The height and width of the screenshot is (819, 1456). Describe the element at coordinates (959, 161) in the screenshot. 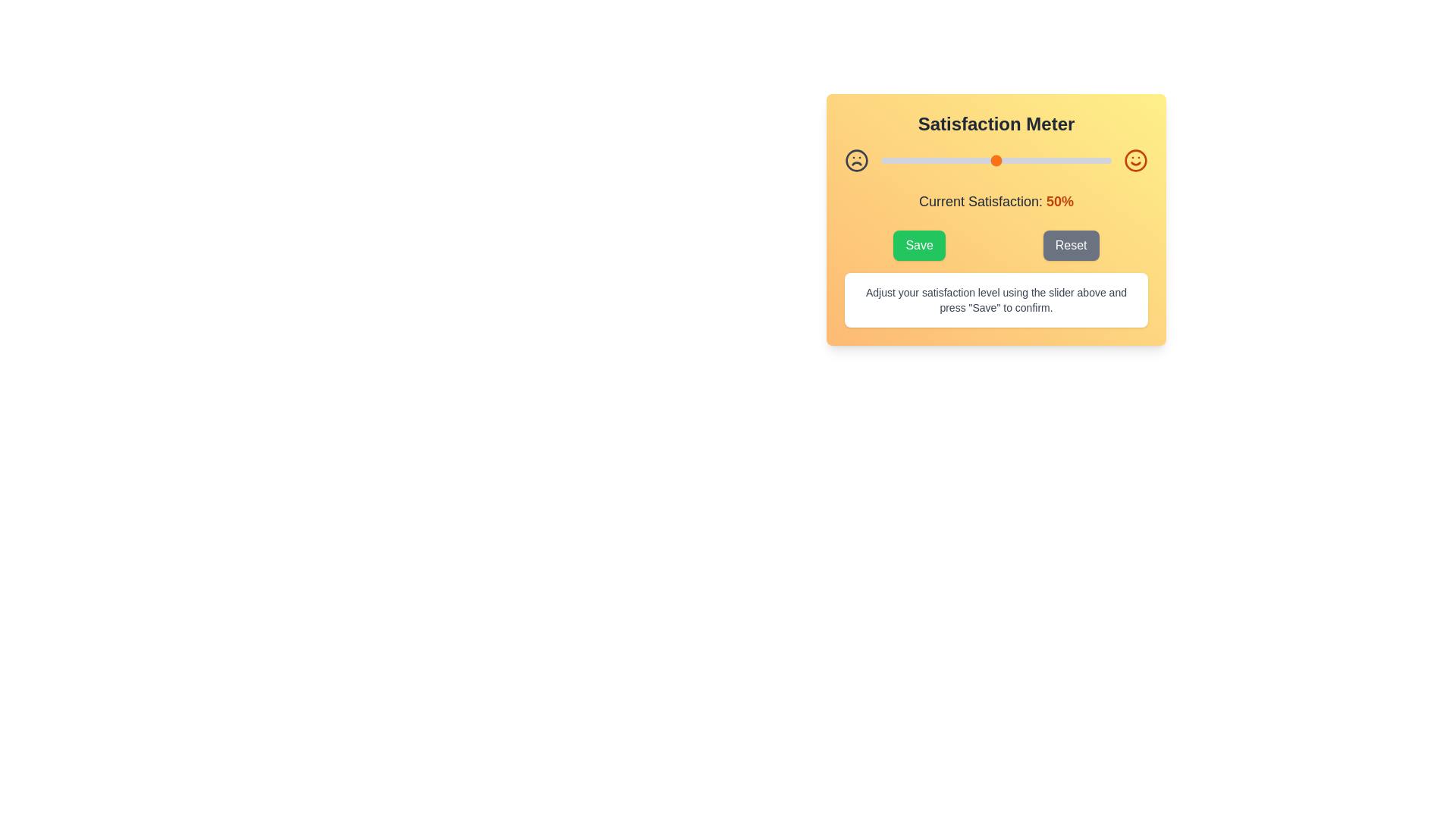

I see `the satisfaction level to 34% by moving the slider` at that location.